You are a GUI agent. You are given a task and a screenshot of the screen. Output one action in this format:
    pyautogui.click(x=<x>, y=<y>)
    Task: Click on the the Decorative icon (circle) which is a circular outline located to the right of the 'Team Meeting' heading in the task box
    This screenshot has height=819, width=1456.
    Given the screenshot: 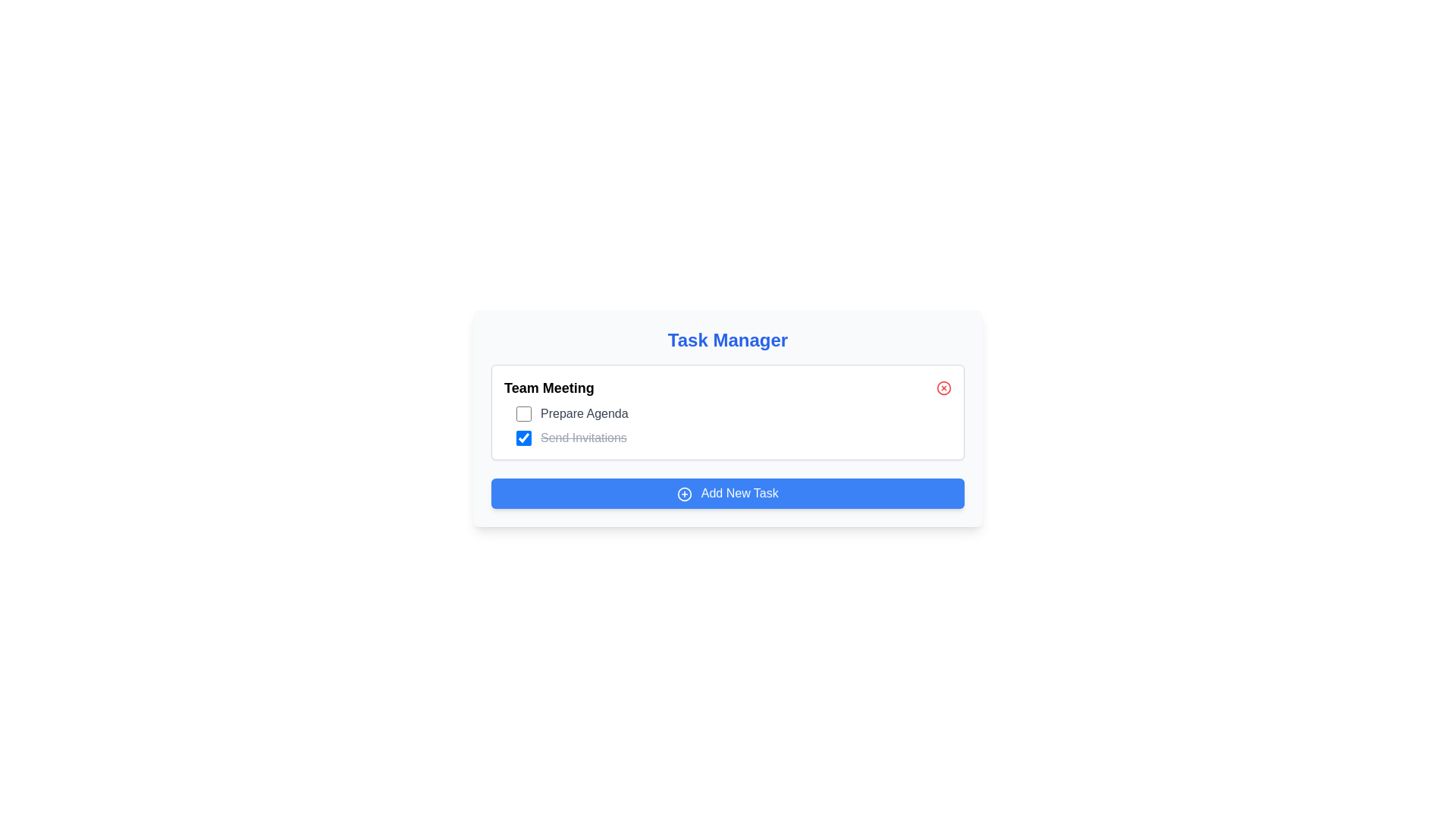 What is the action you would take?
    pyautogui.click(x=943, y=386)
    